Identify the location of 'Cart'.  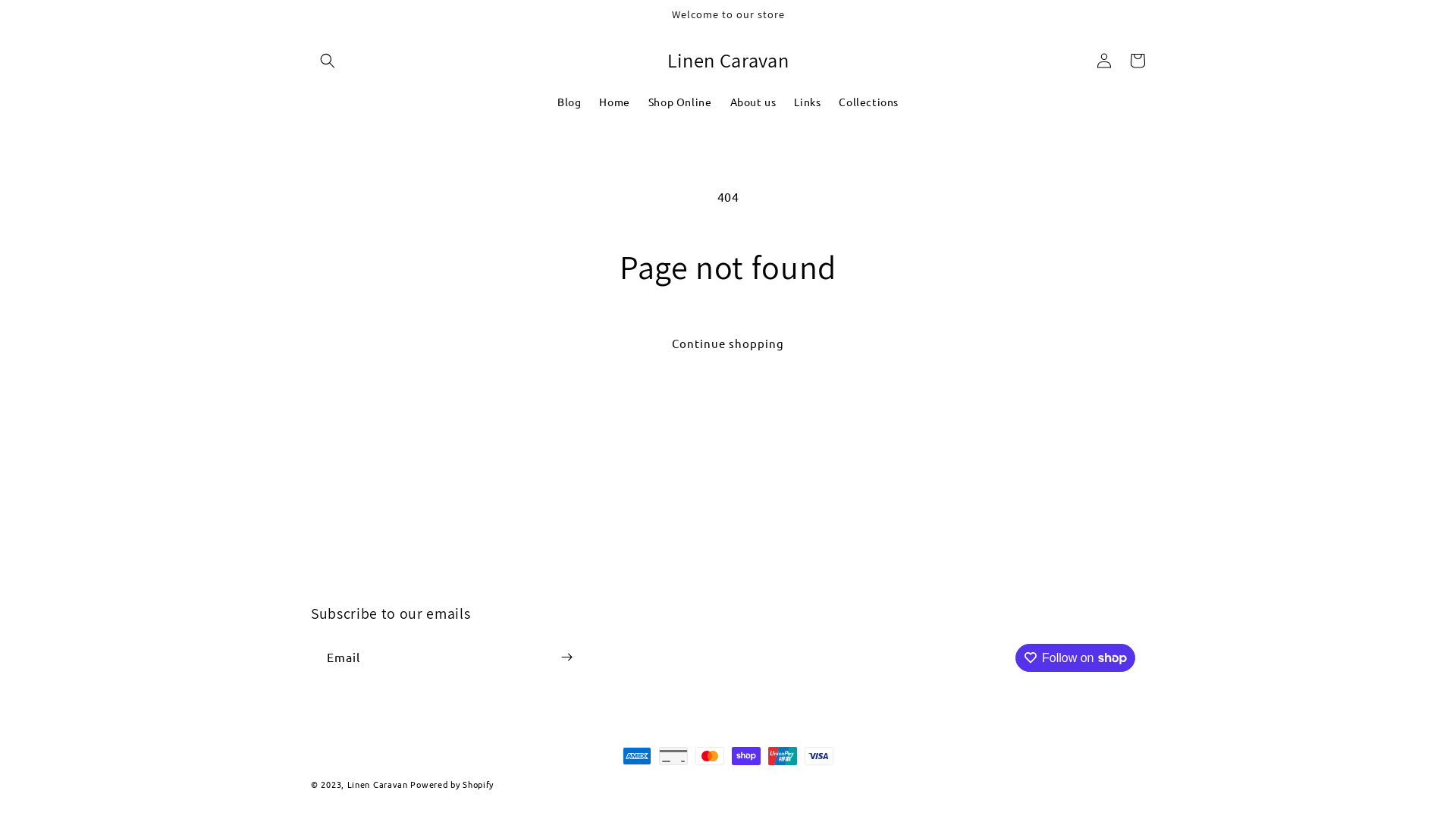
(1121, 60).